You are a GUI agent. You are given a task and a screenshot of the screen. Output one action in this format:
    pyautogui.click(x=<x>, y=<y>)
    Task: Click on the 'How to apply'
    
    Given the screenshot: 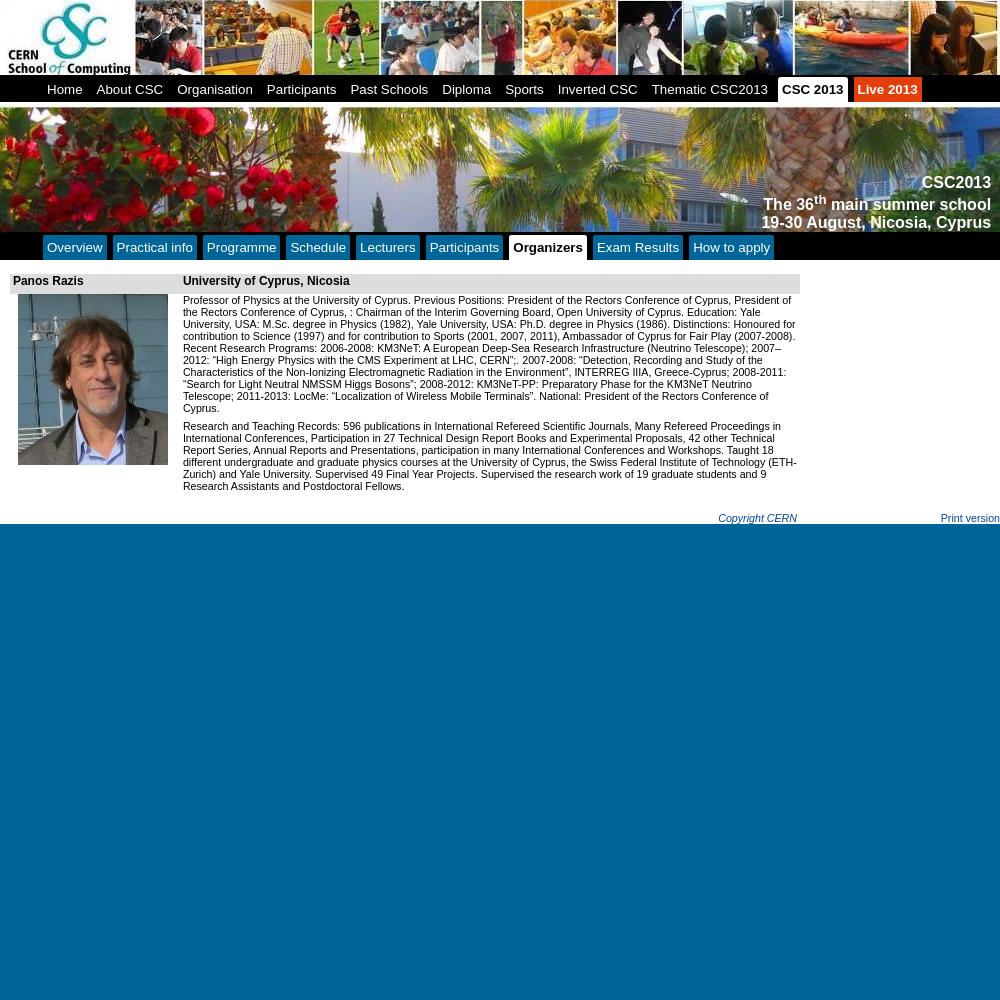 What is the action you would take?
    pyautogui.click(x=730, y=246)
    